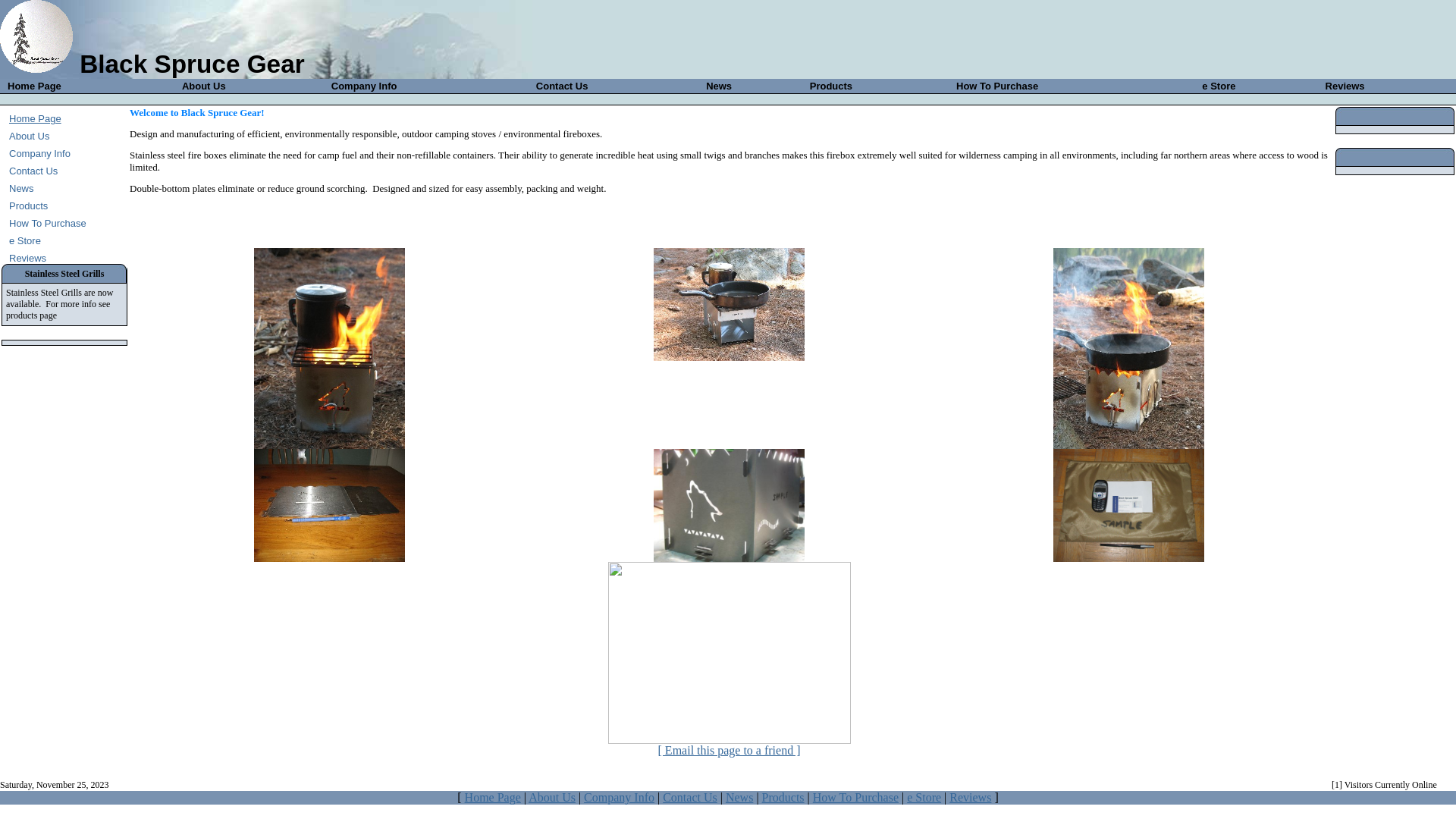 The width and height of the screenshot is (1456, 819). What do you see at coordinates (47, 223) in the screenshot?
I see `'How To Purchase'` at bounding box center [47, 223].